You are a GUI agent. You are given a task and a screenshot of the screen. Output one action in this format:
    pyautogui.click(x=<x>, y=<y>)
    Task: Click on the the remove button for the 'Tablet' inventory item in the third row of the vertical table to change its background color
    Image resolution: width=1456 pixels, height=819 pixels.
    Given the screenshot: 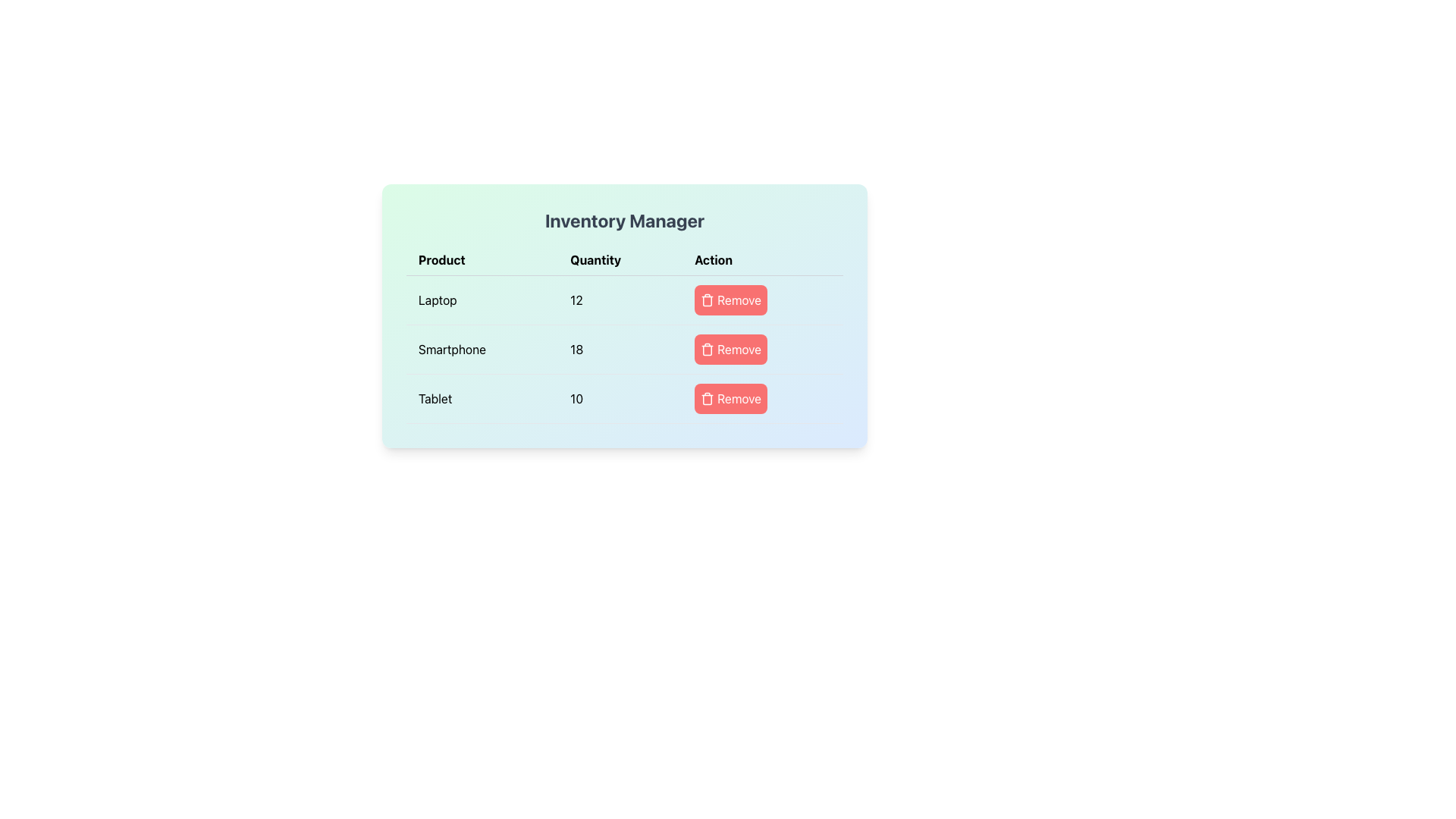 What is the action you would take?
    pyautogui.click(x=763, y=397)
    